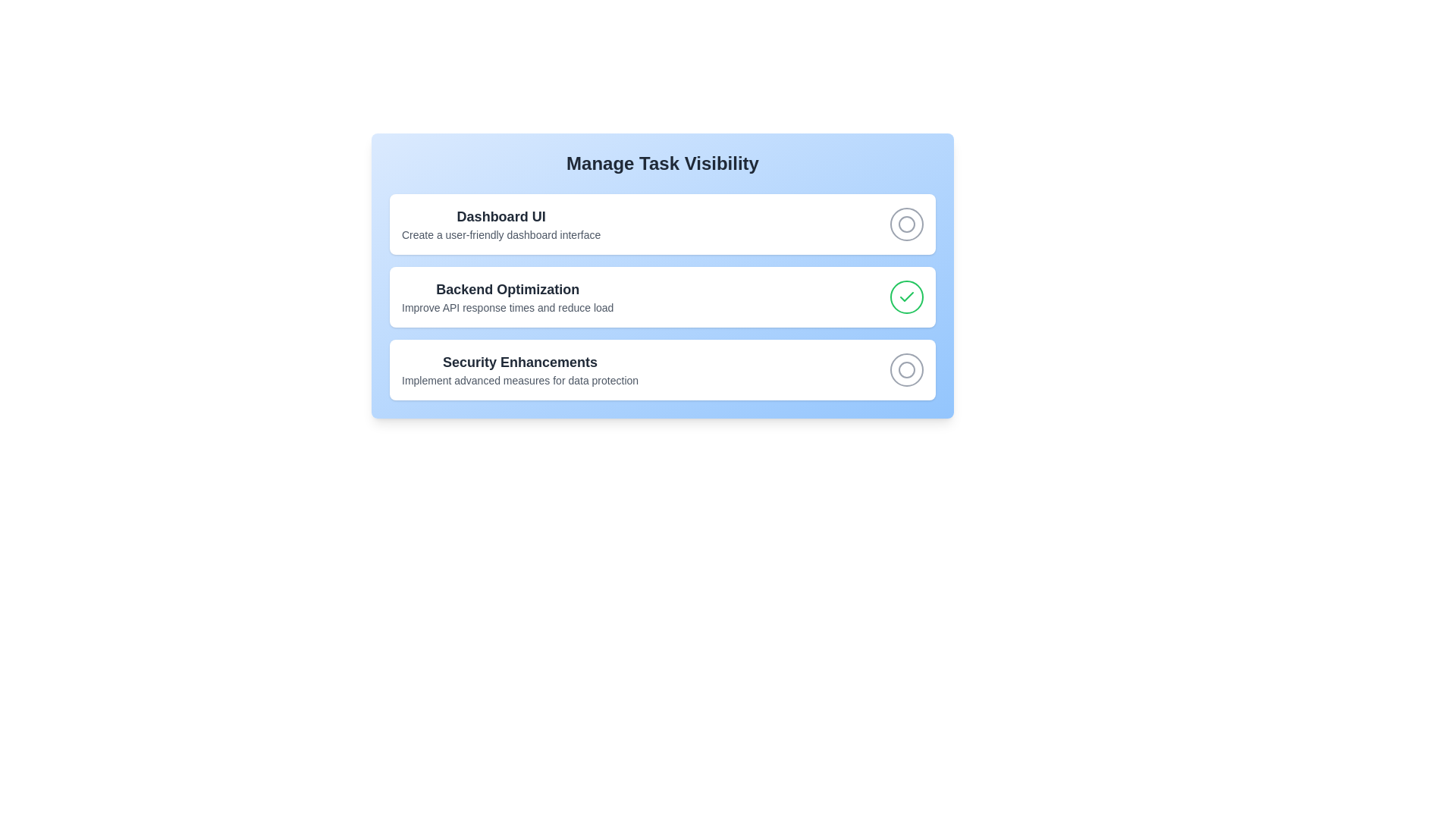 The image size is (1456, 819). What do you see at coordinates (520, 362) in the screenshot?
I see `the header text that serves as a title for the section detailing 'Implement advanced measures for data protection', located in the 'Manage Task Visibility' interface` at bounding box center [520, 362].